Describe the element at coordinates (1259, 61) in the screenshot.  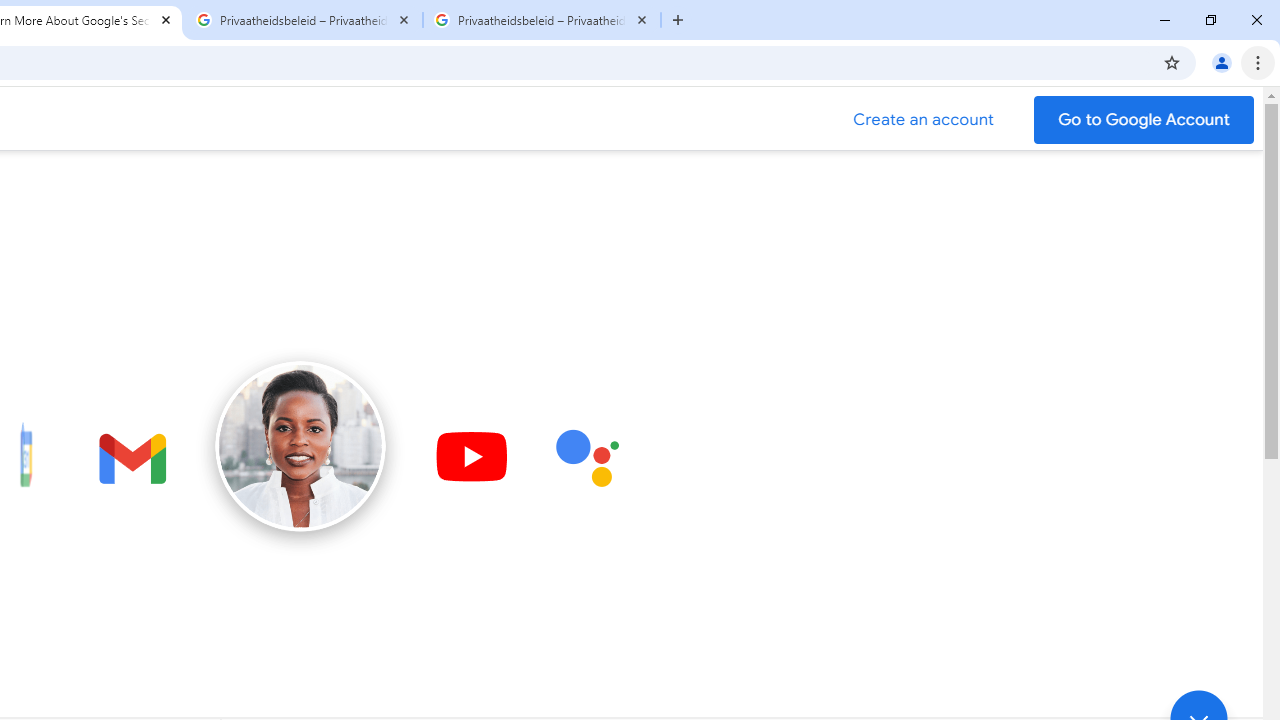
I see `'Chrome'` at that location.